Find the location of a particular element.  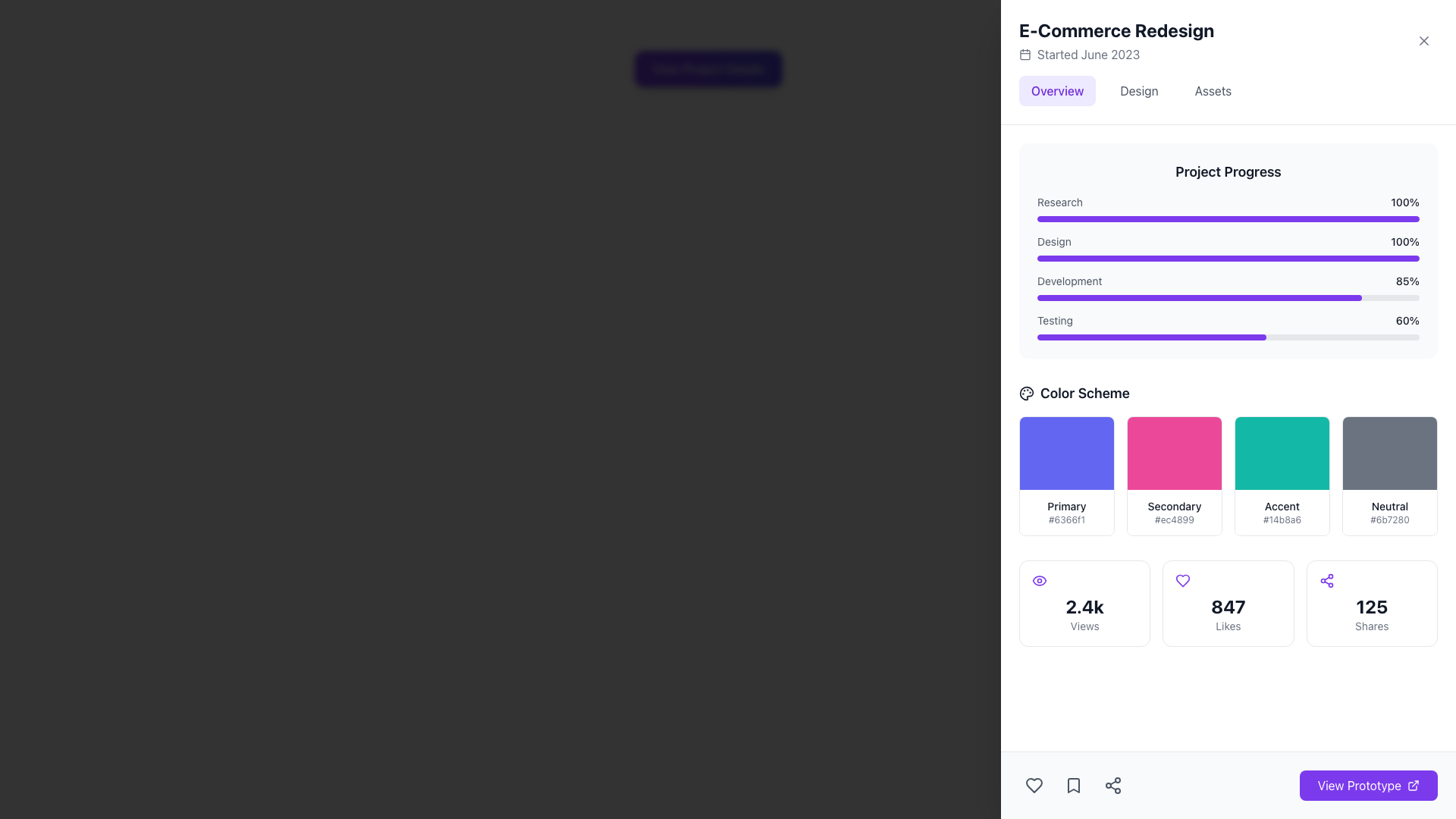

the vibrant pink rectangular block, which is the second element in the horizontal series under the 'Color Scheme' section is located at coordinates (1174, 452).